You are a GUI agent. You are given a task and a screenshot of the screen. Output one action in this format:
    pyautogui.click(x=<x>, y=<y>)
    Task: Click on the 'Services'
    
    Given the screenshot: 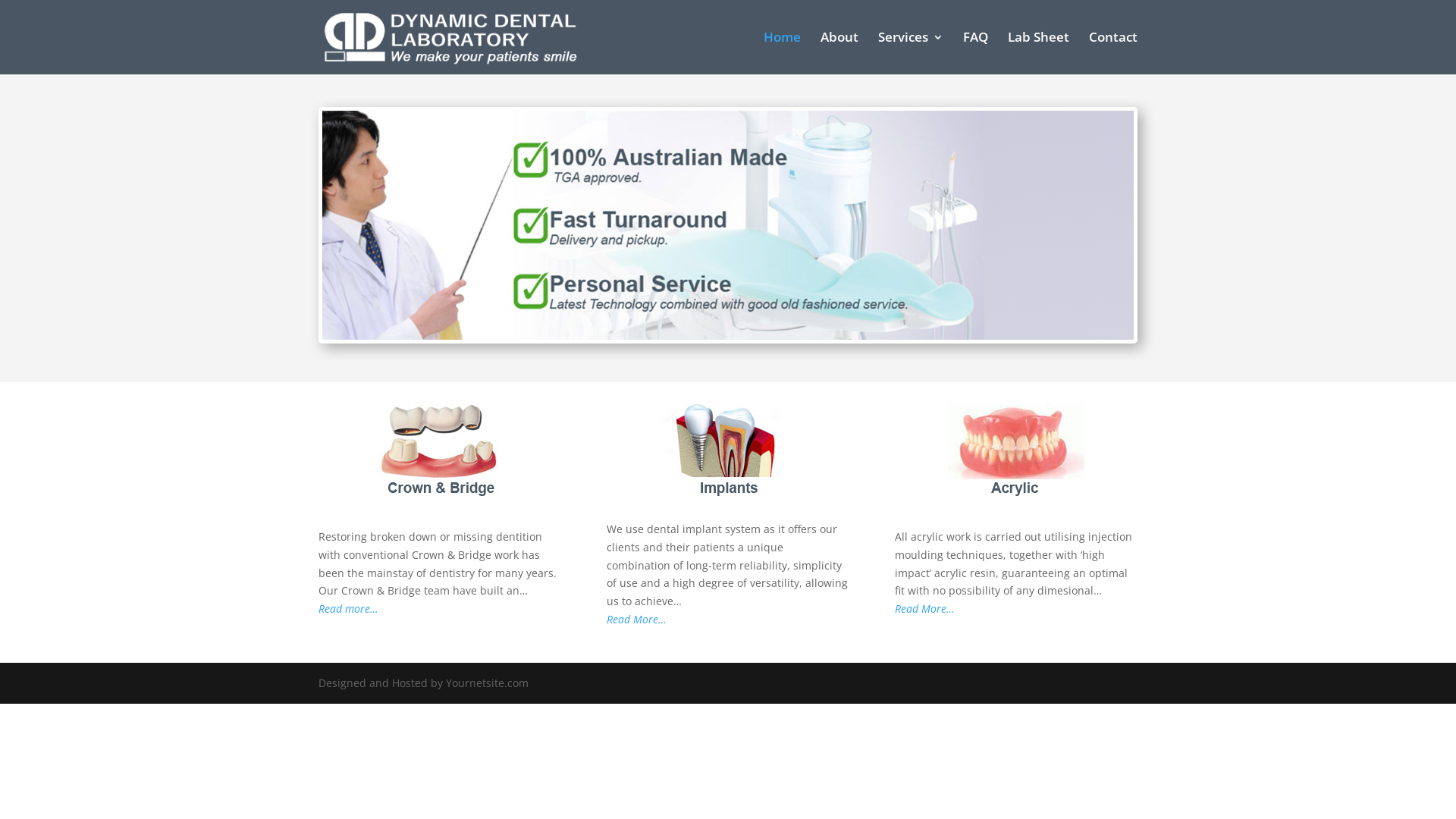 What is the action you would take?
    pyautogui.click(x=877, y=52)
    